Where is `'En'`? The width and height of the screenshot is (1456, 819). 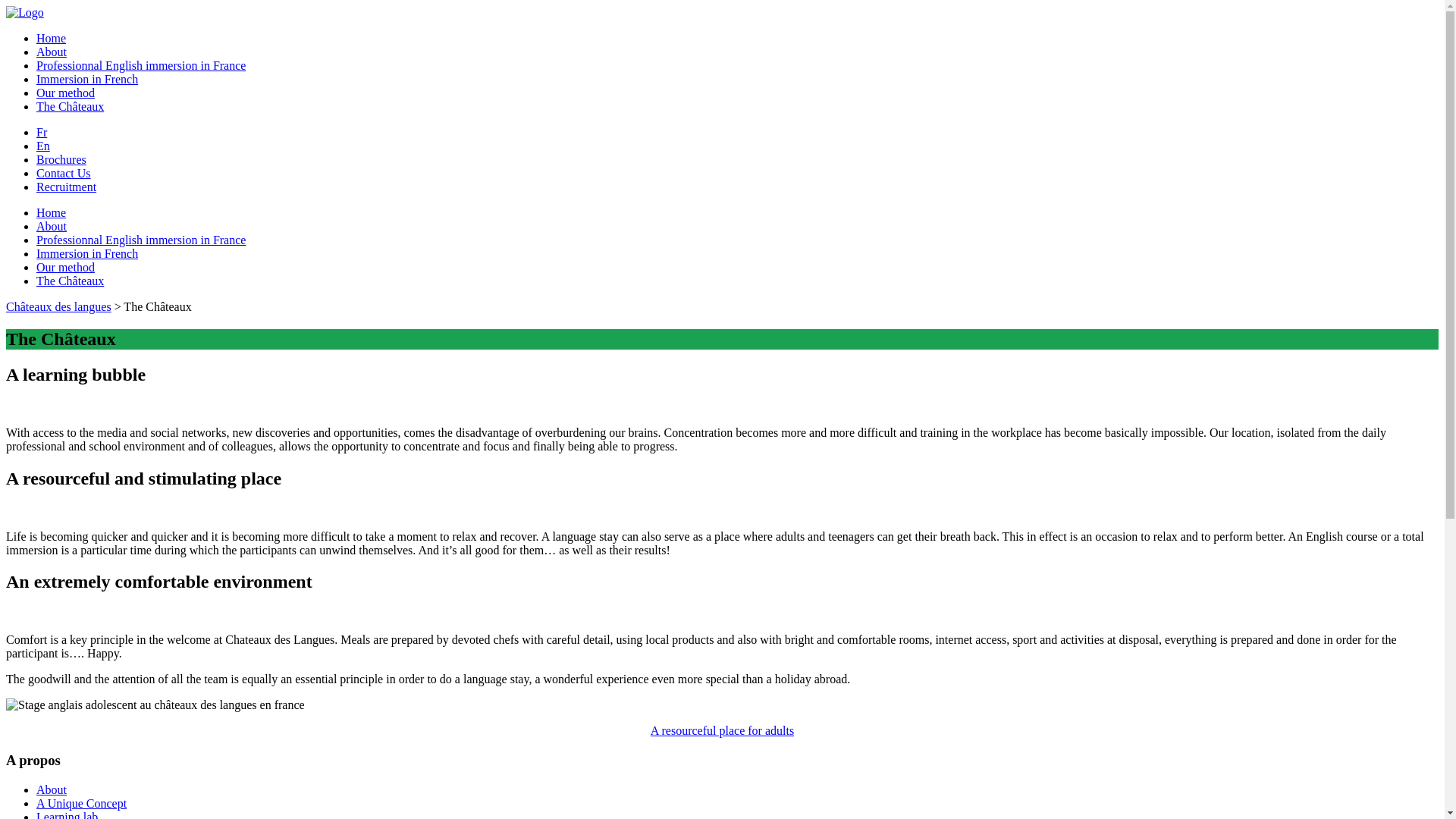 'En' is located at coordinates (36, 146).